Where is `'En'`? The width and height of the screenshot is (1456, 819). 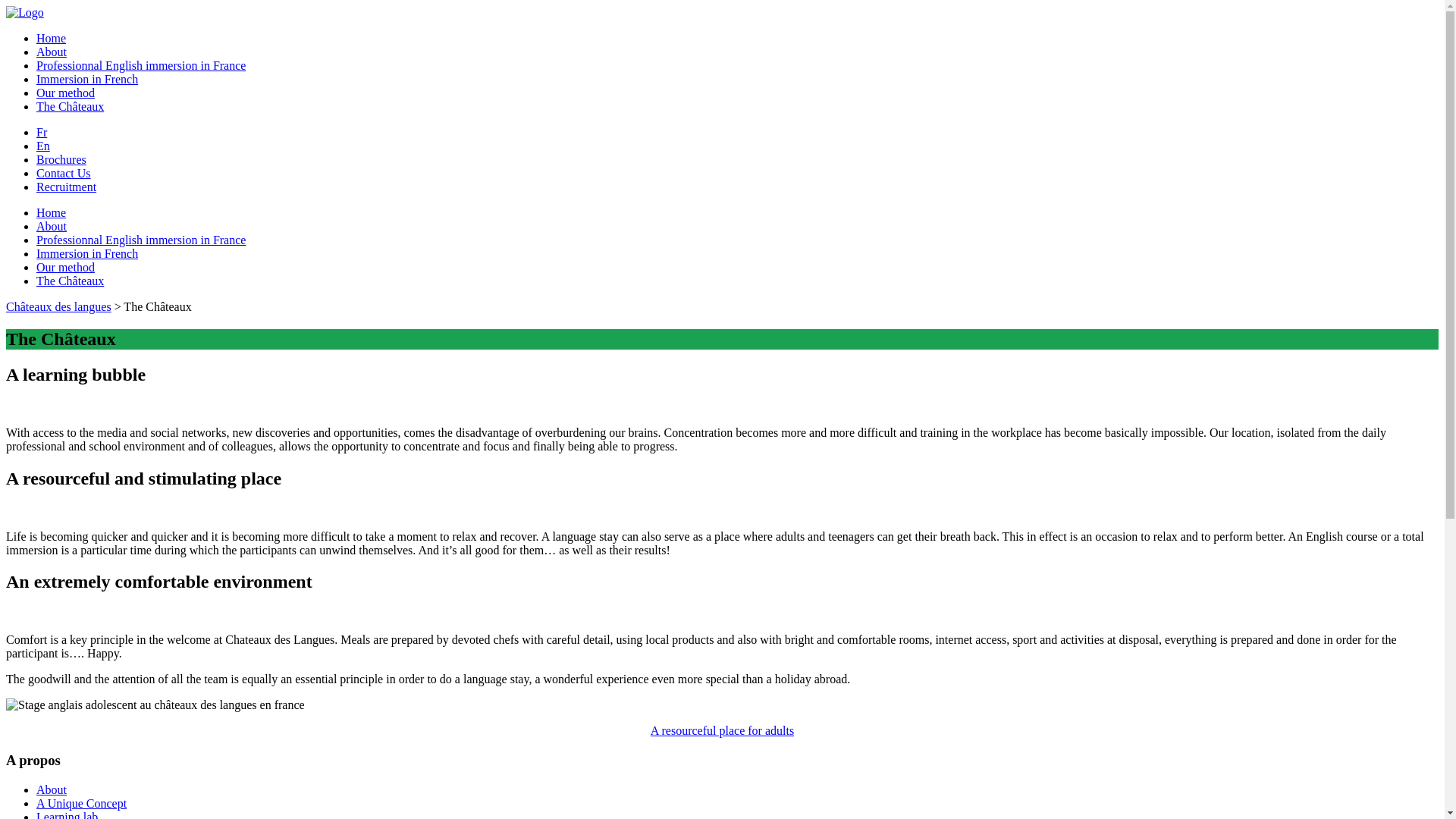 'En' is located at coordinates (36, 146).